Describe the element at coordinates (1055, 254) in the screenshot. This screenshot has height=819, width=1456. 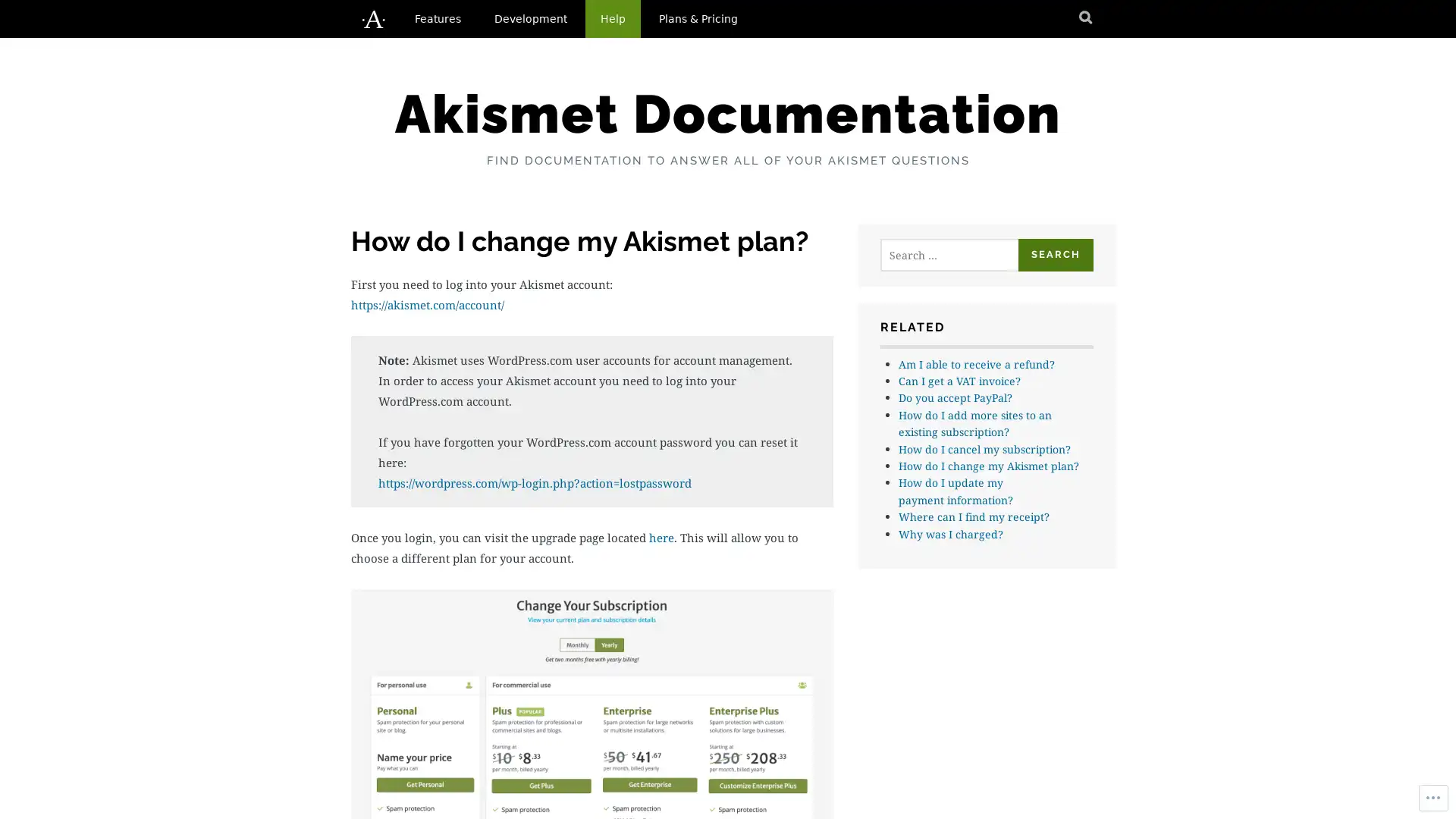
I see `Search` at that location.